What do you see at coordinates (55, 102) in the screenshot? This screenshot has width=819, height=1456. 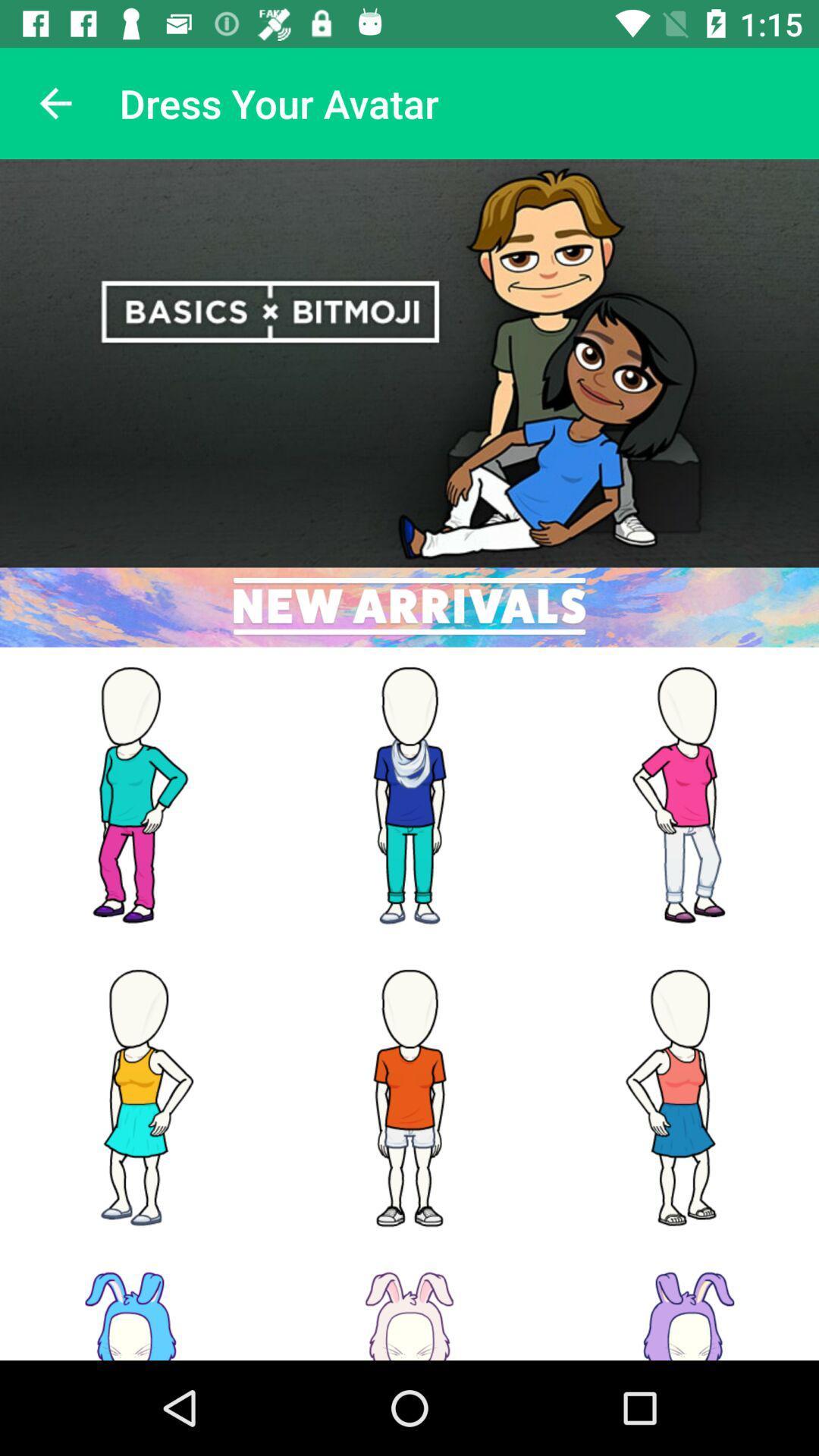 I see `the app next to dress your avatar app` at bounding box center [55, 102].